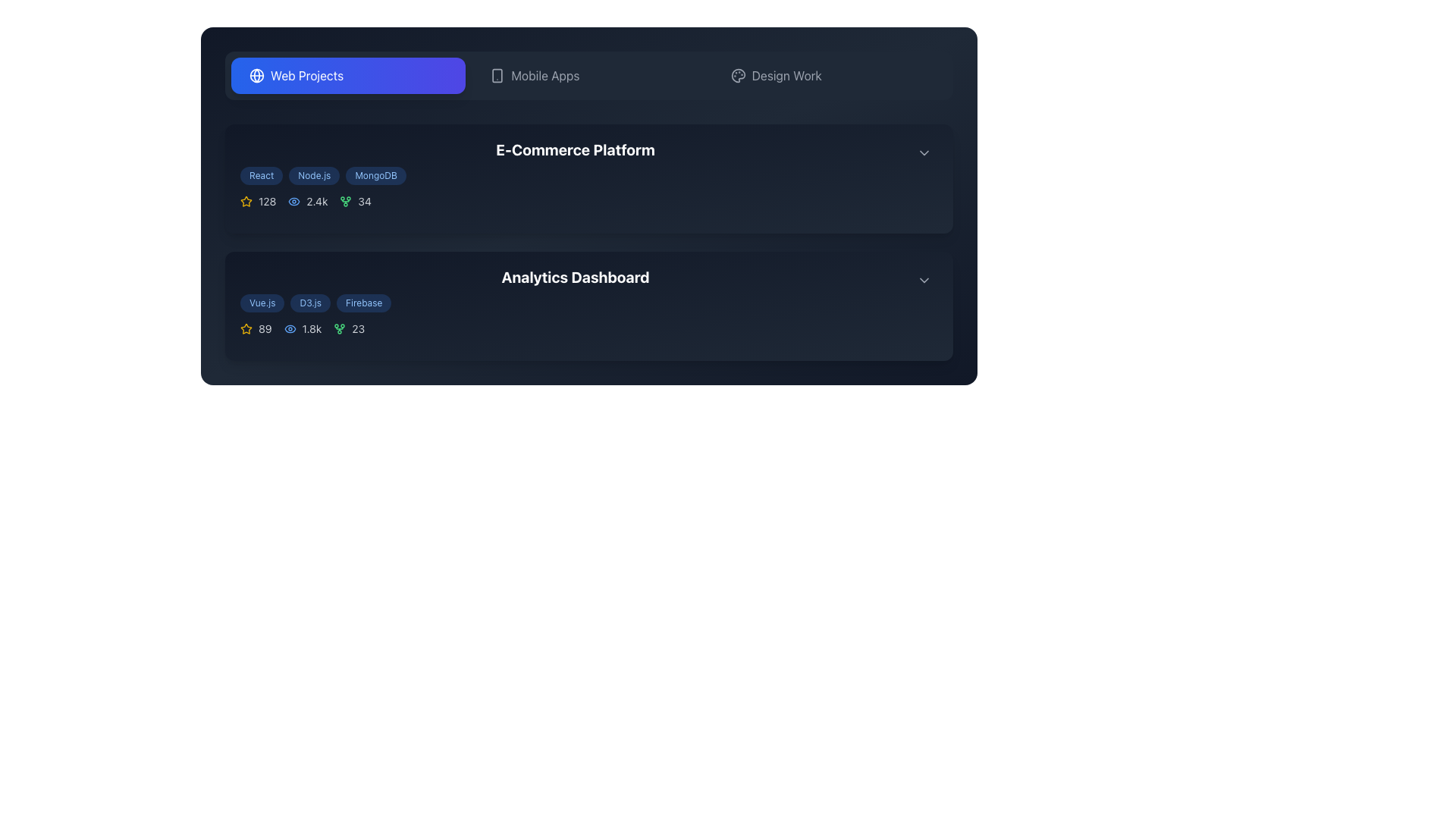 The image size is (1456, 819). What do you see at coordinates (574, 278) in the screenshot?
I see `content displayed in the prominent 'Analytics Dashboard' text label, which is bold and large-sized, located on a dark background` at bounding box center [574, 278].